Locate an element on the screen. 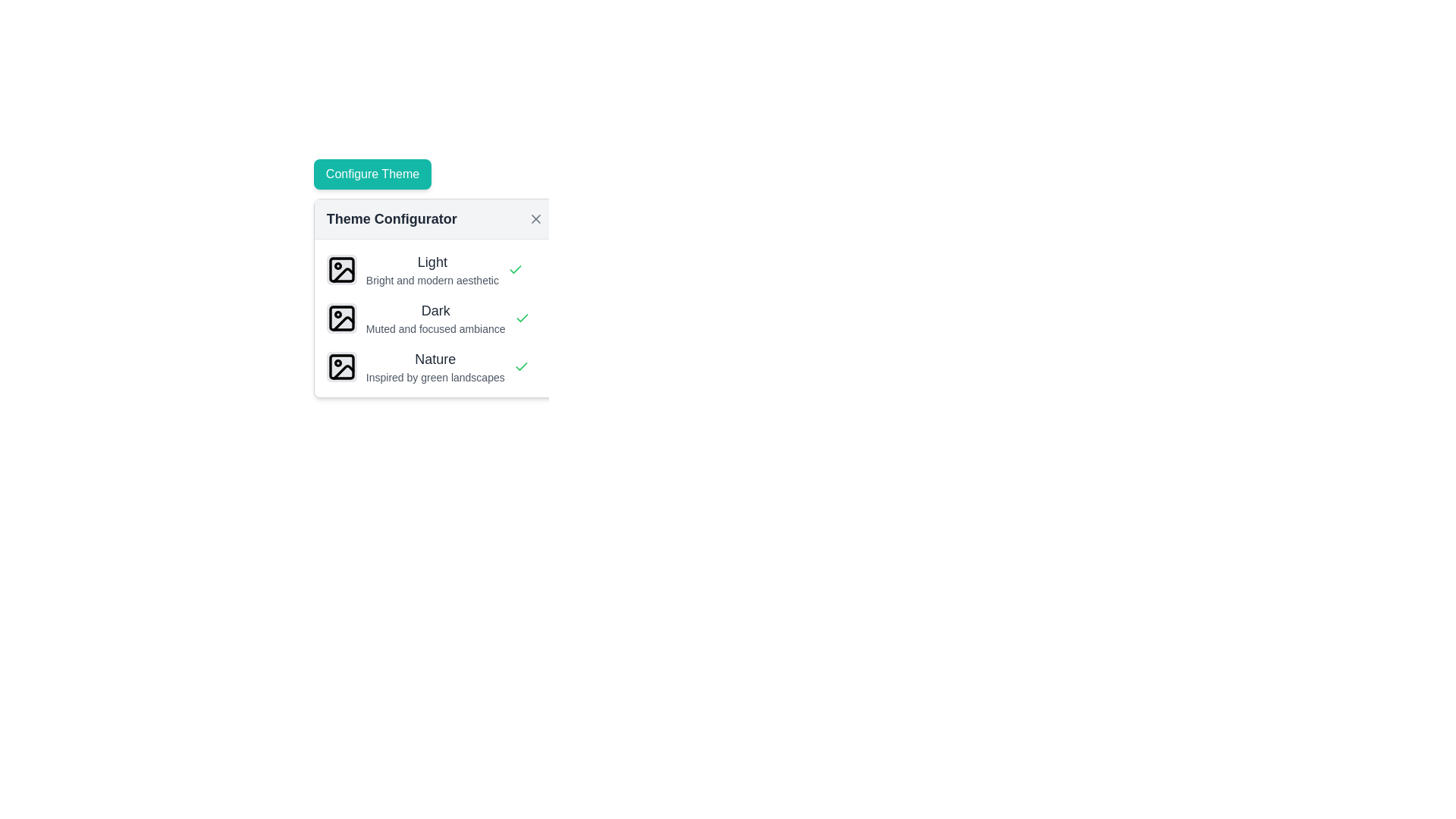 This screenshot has width=1456, height=819. the checkmark icon indicating that the 'Dark' theme option is selected in the 'Theme Configurator' settings panel is located at coordinates (521, 366).